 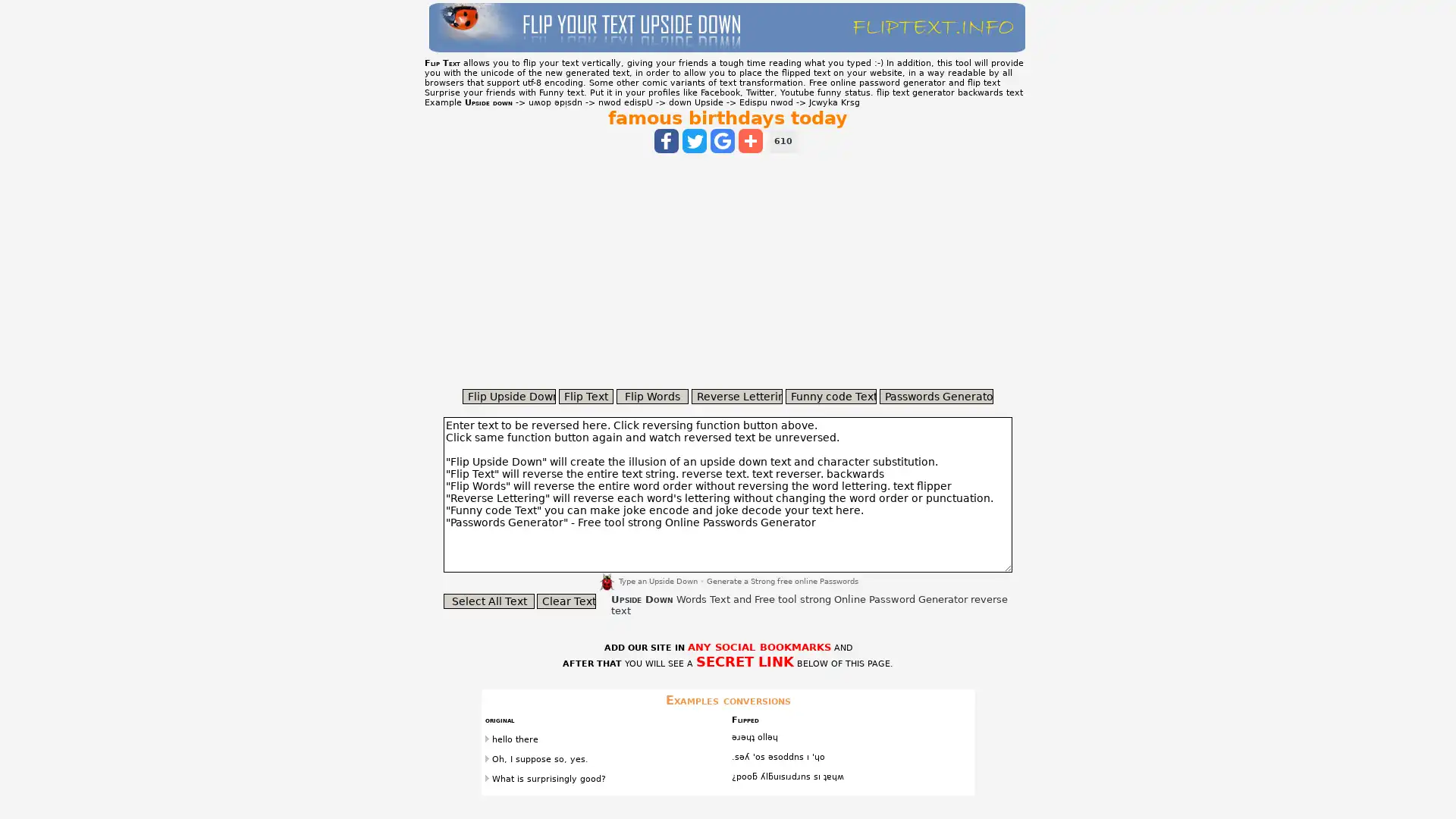 I want to click on Share to Twitter, so click(x=694, y=140).